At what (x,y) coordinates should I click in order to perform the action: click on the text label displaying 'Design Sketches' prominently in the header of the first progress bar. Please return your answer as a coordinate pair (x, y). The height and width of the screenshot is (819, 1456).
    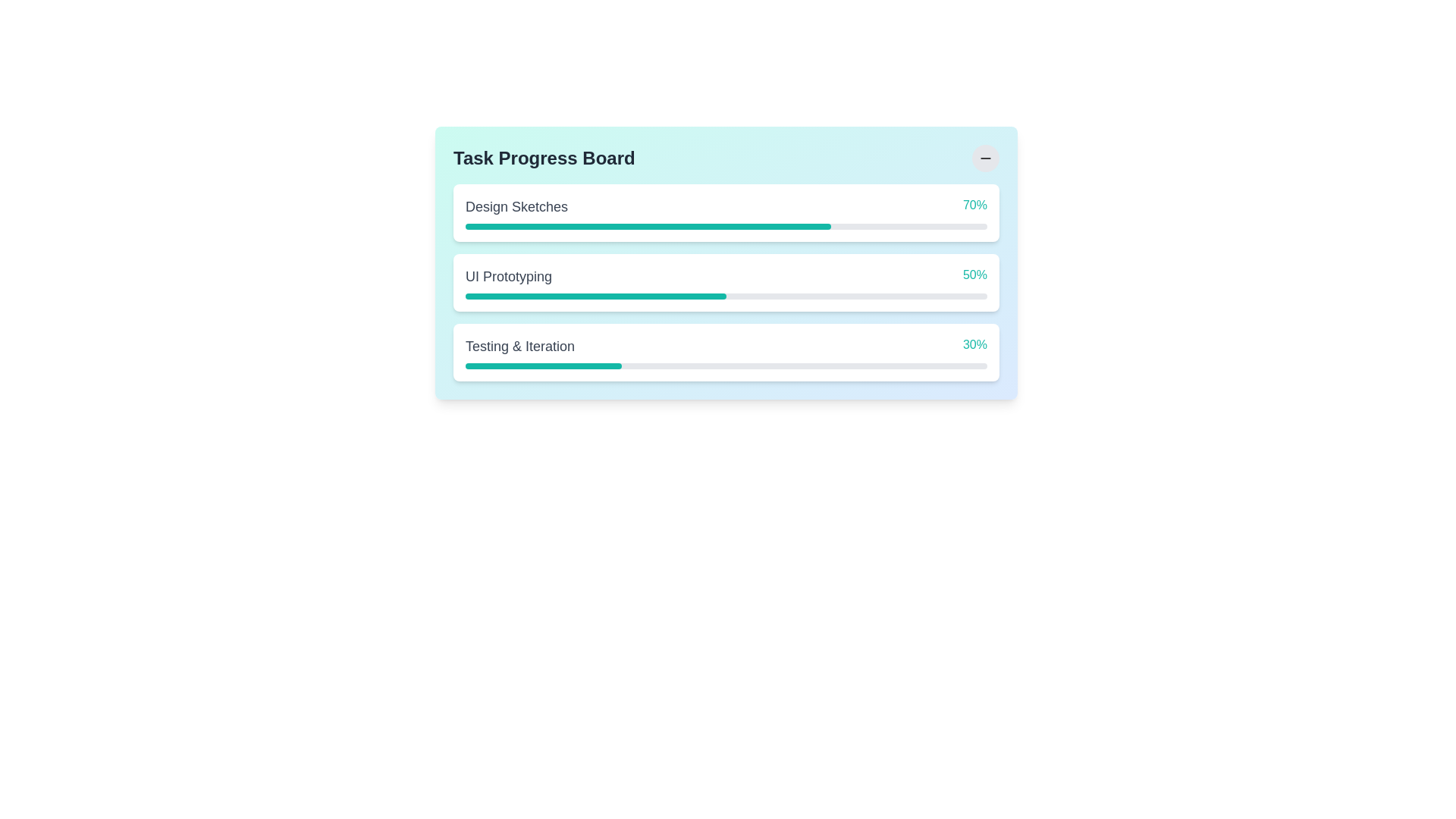
    Looking at the image, I should click on (516, 207).